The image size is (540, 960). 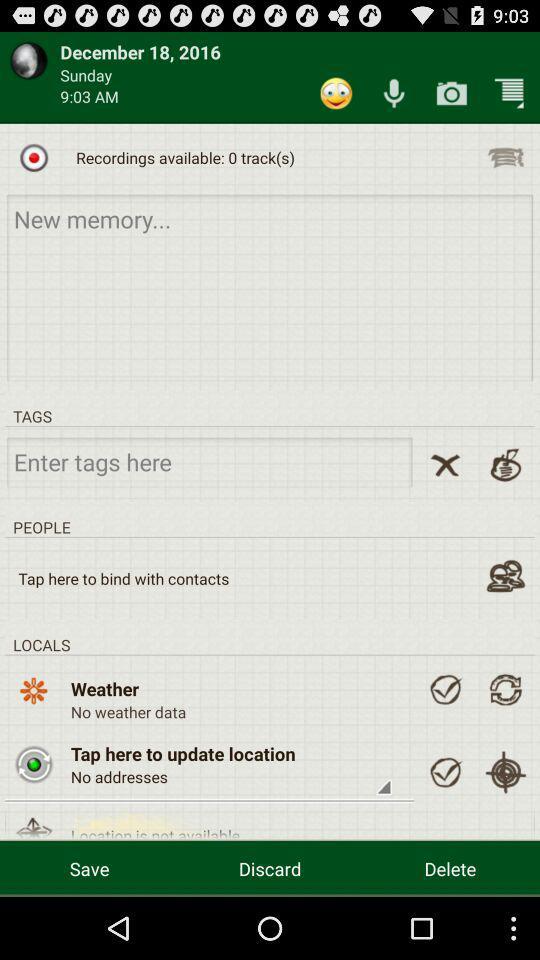 What do you see at coordinates (445, 465) in the screenshot?
I see `close` at bounding box center [445, 465].